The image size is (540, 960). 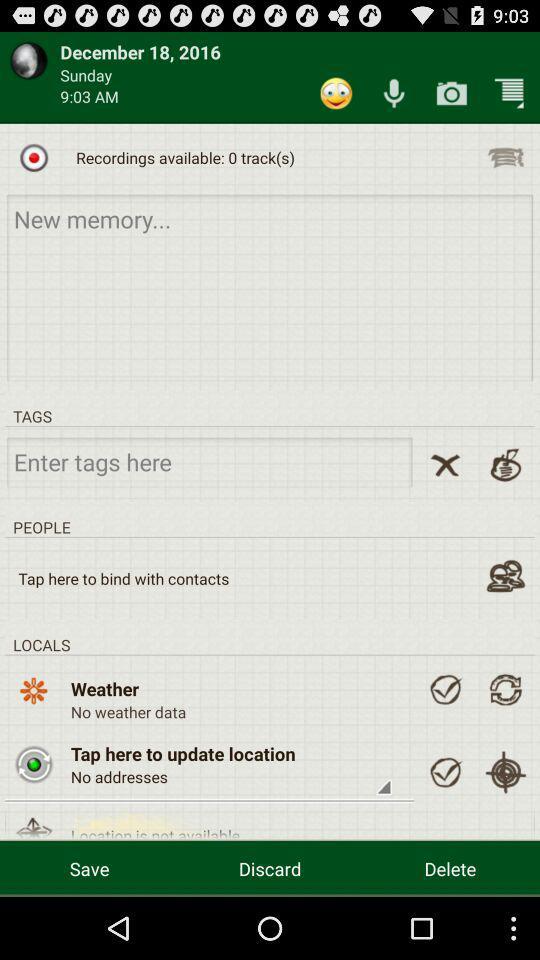 What do you see at coordinates (445, 465) in the screenshot?
I see `close` at bounding box center [445, 465].